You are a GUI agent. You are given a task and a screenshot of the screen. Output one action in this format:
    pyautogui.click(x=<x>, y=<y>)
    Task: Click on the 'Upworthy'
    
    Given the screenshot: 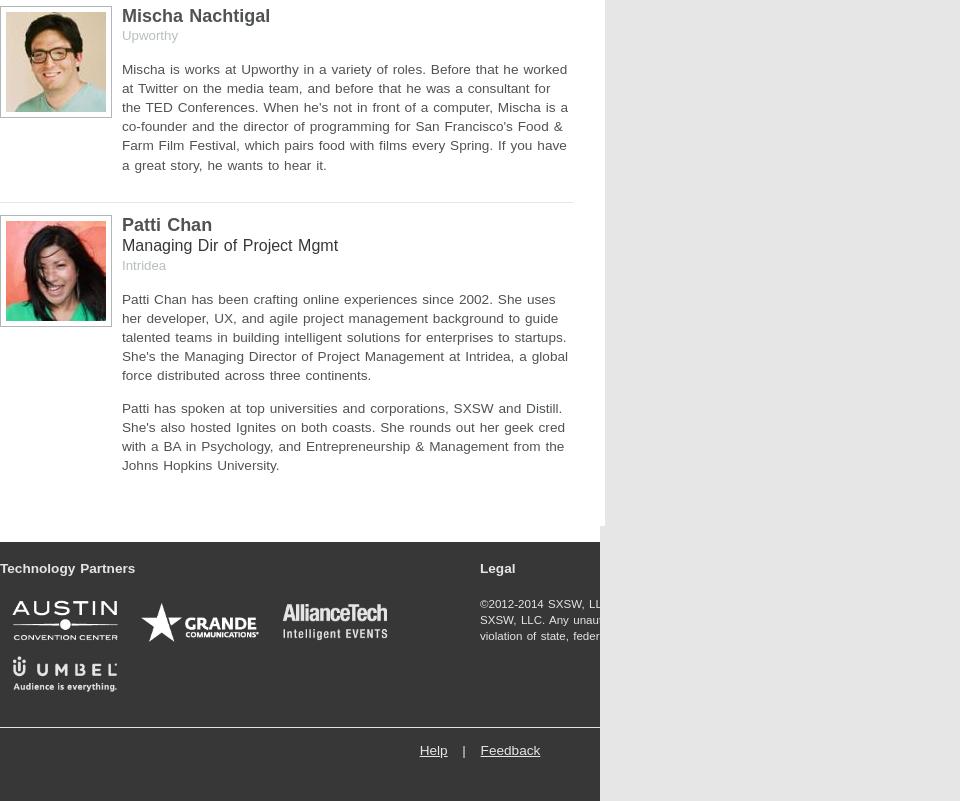 What is the action you would take?
    pyautogui.click(x=121, y=35)
    